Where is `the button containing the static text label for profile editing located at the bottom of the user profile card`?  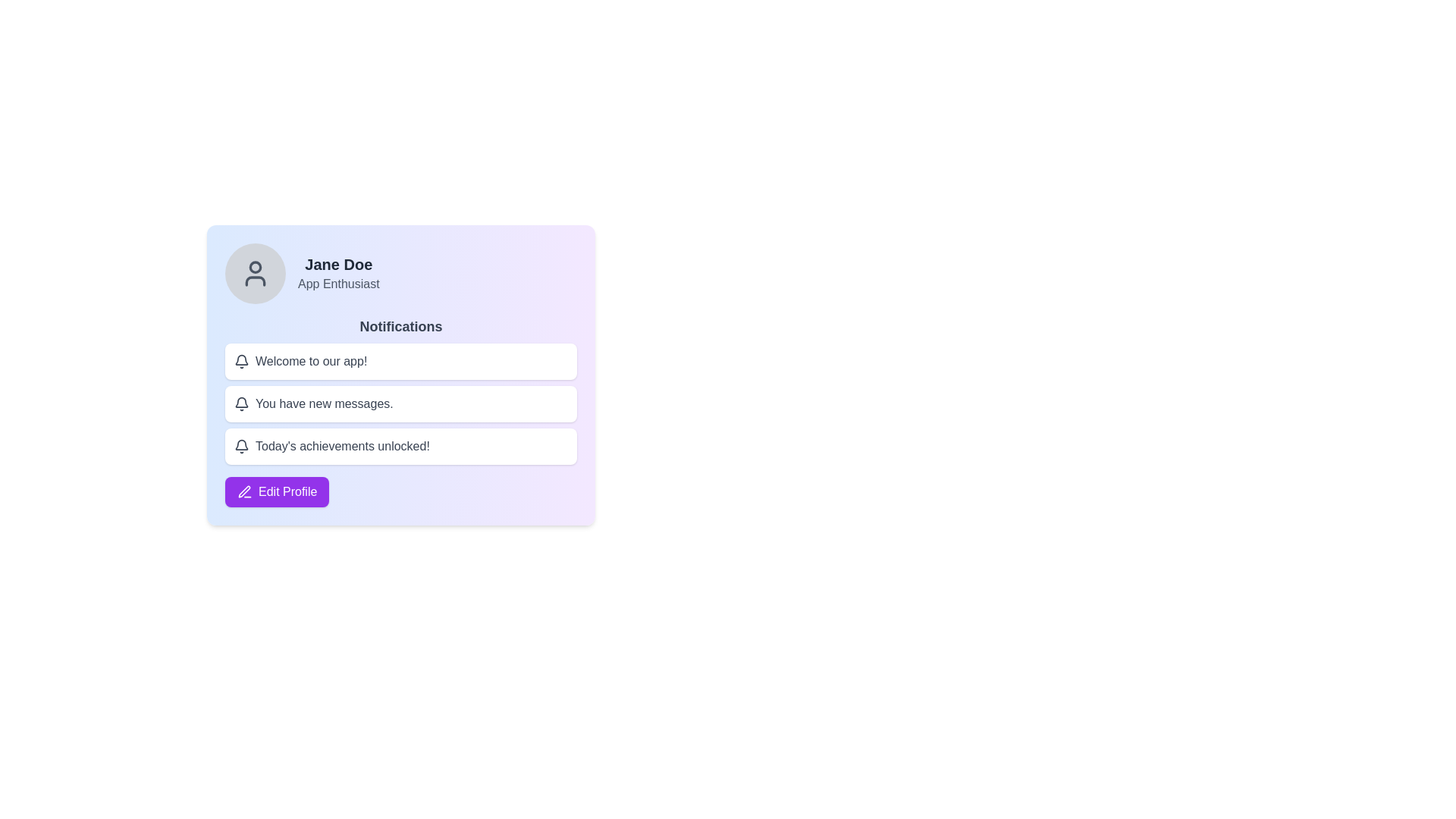
the button containing the static text label for profile editing located at the bottom of the user profile card is located at coordinates (287, 491).